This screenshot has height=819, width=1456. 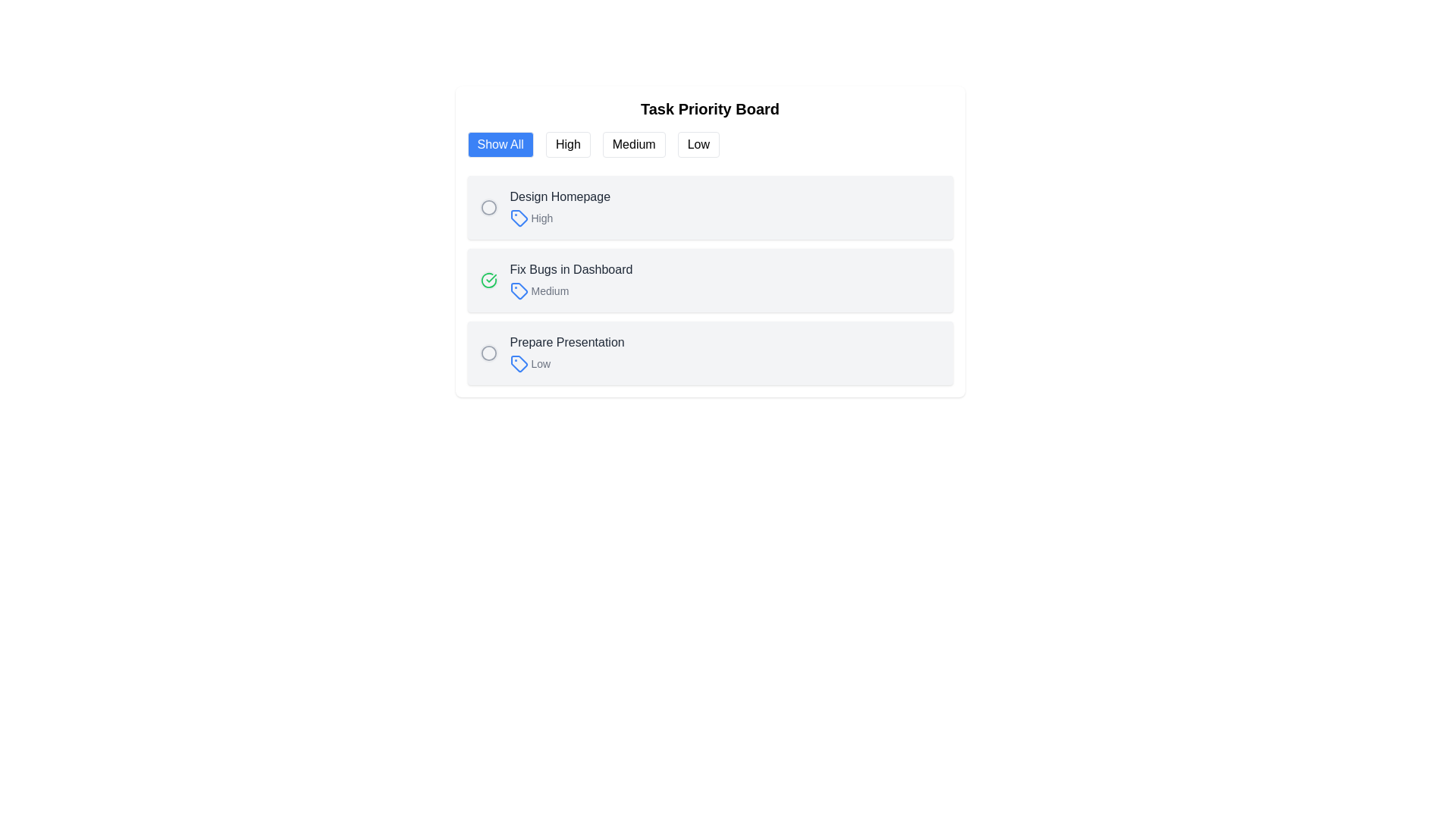 What do you see at coordinates (488, 281) in the screenshot?
I see `the Checkbox with a green checkmark icon indicating completion in the task list for 'Fix Bugs in Dashboard'` at bounding box center [488, 281].